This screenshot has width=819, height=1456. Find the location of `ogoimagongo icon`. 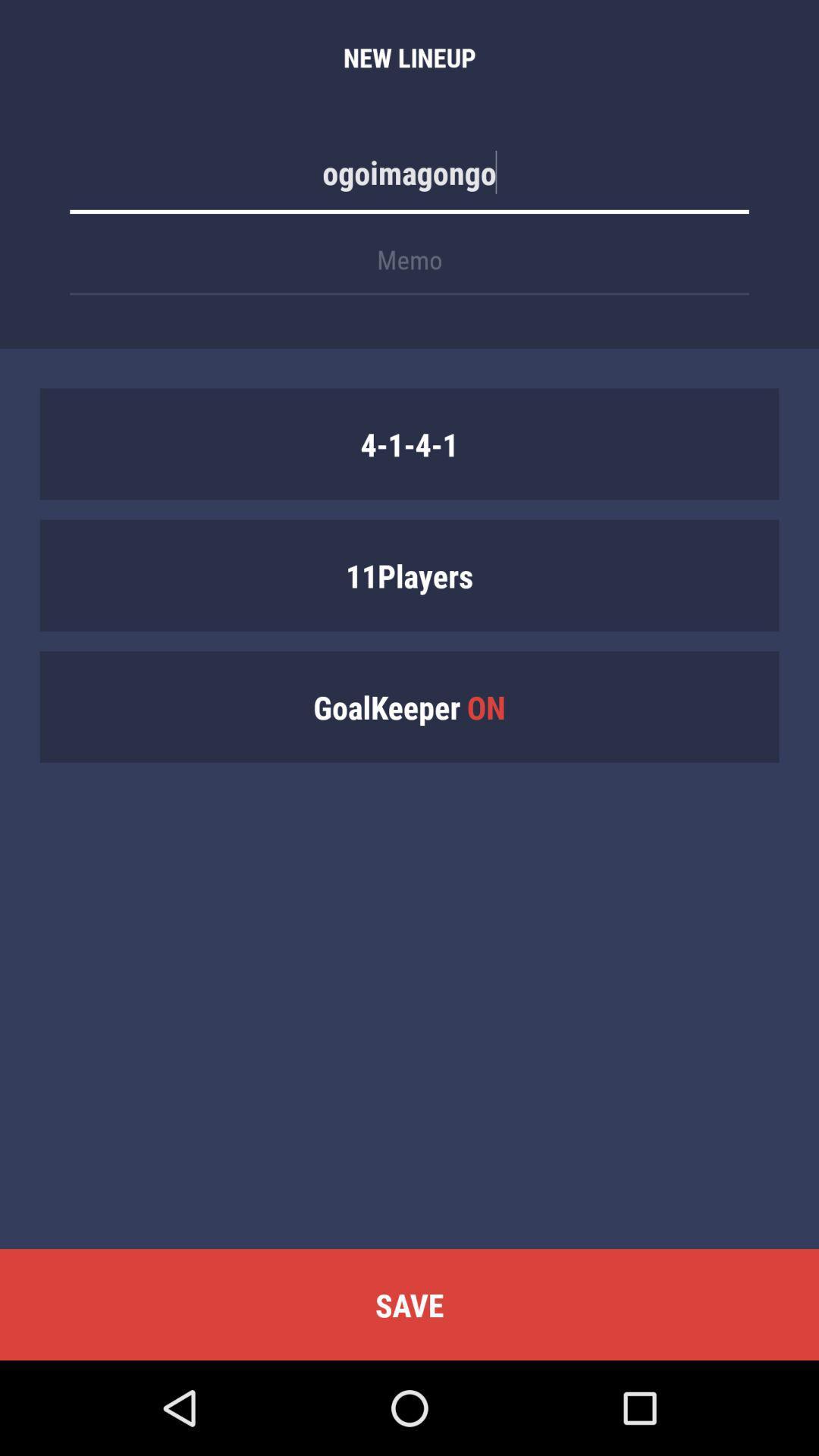

ogoimagongo icon is located at coordinates (409, 180).